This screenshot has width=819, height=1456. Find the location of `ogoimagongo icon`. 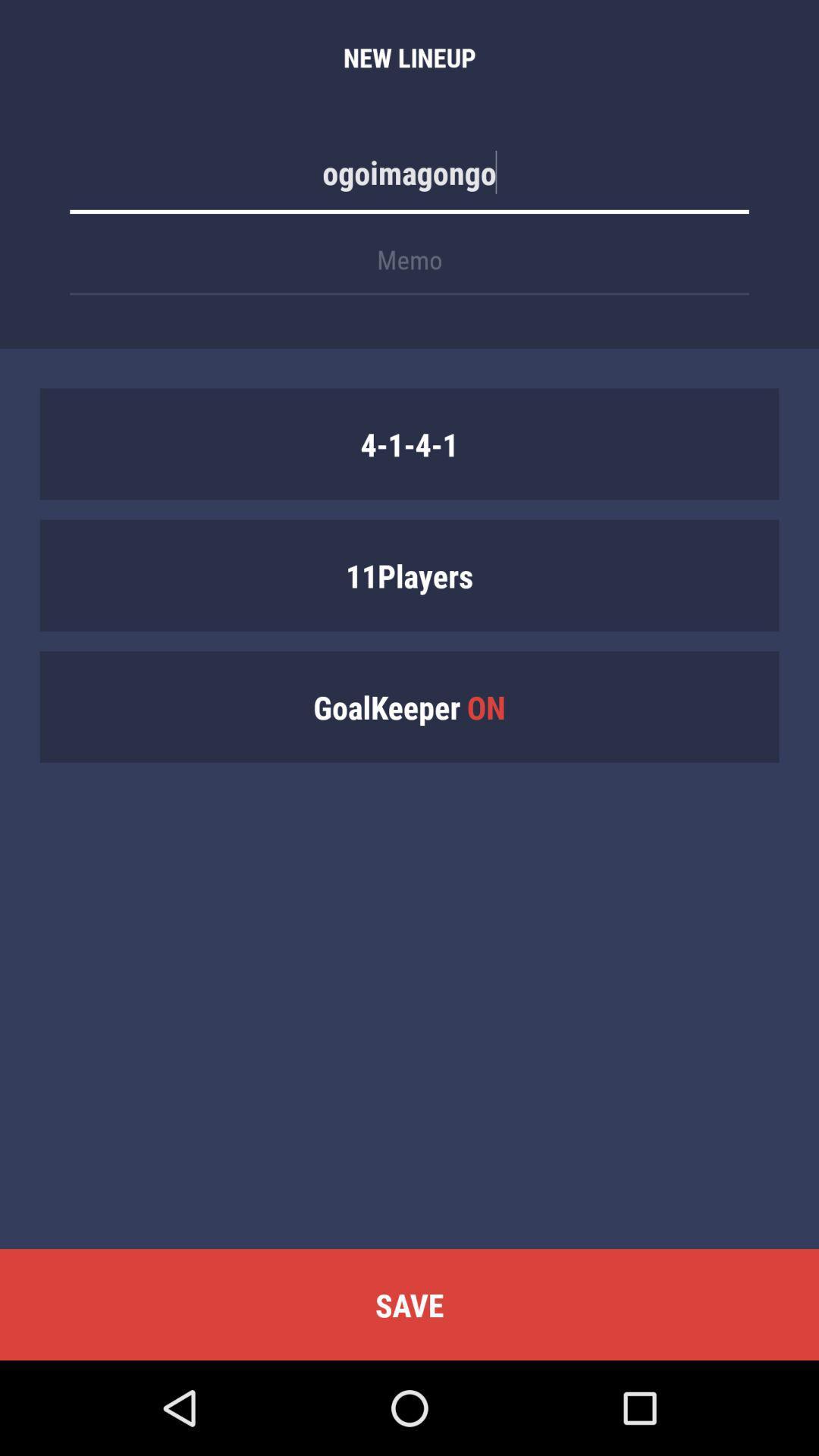

ogoimagongo icon is located at coordinates (409, 180).